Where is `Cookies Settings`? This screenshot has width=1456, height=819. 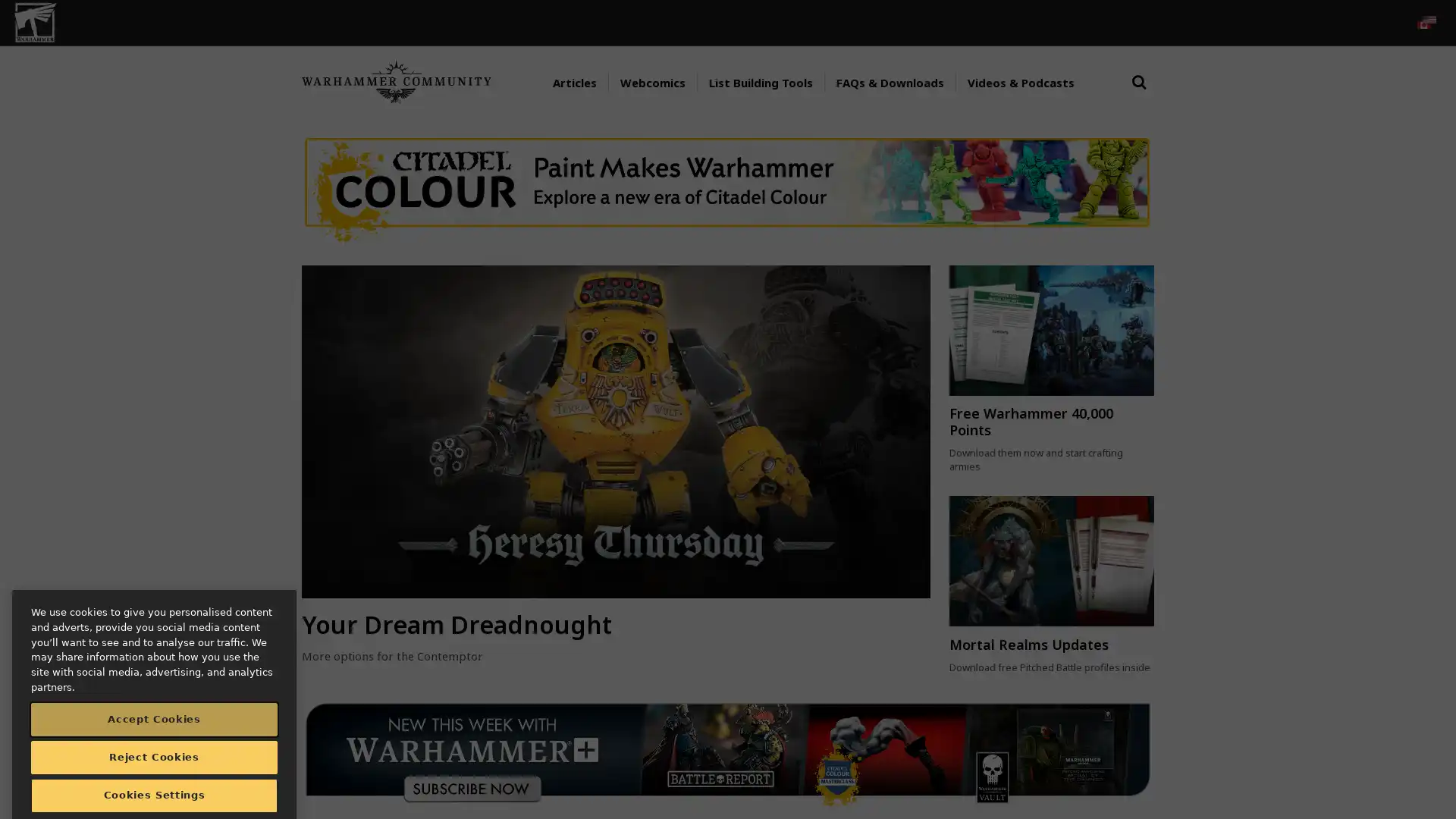
Cookies Settings is located at coordinates (154, 767).